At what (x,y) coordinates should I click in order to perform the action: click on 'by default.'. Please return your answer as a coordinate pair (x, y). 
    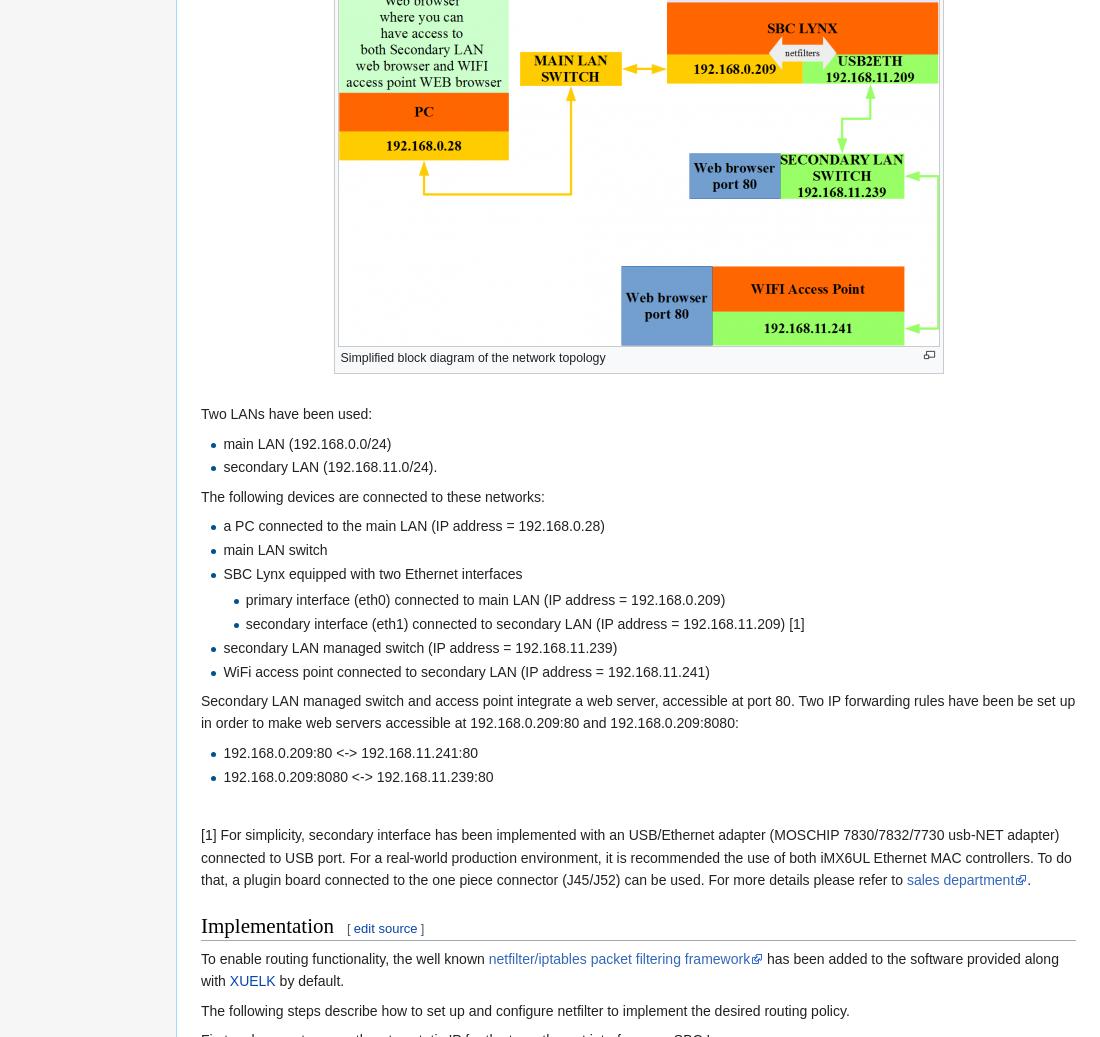
    Looking at the image, I should click on (308, 981).